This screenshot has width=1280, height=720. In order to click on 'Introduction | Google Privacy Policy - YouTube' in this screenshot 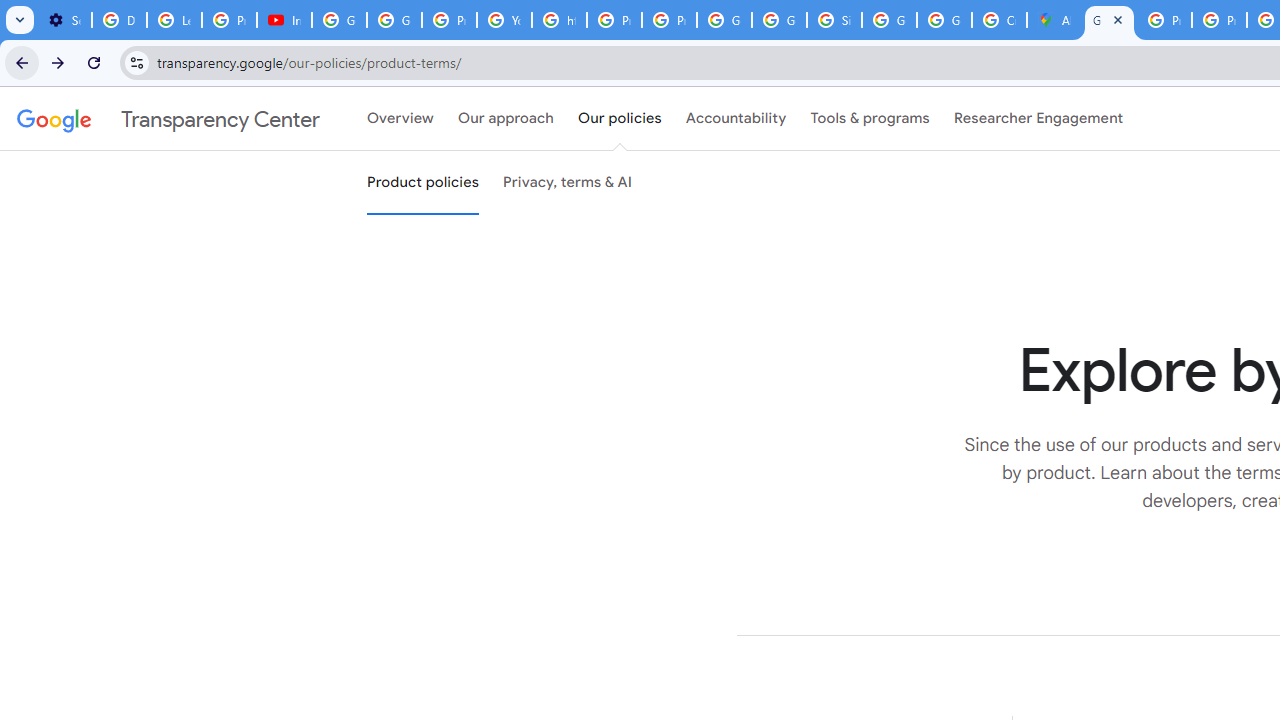, I will do `click(283, 20)`.